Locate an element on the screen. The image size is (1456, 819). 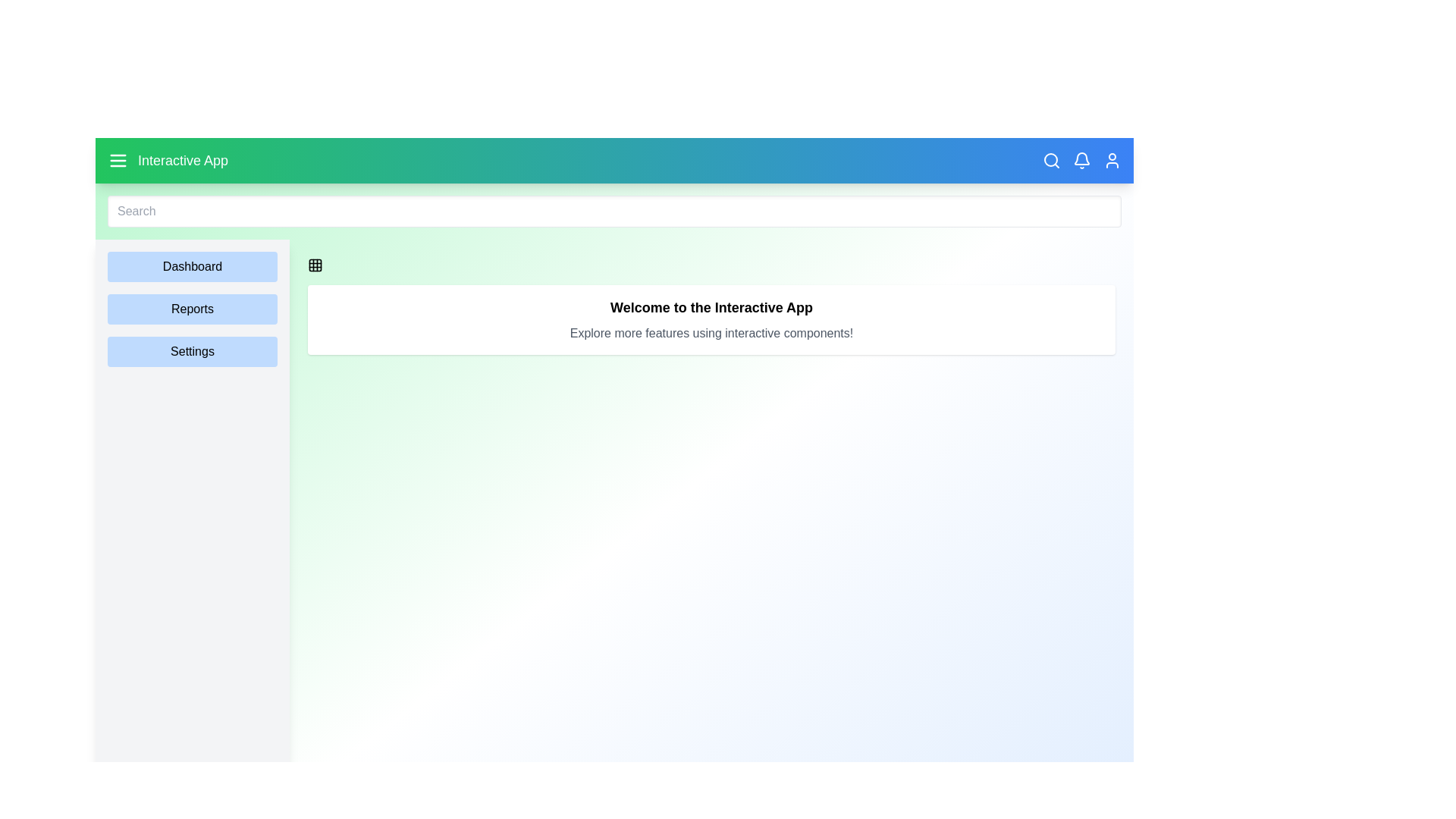
the Reports in the sidebar to navigate is located at coordinates (192, 309).